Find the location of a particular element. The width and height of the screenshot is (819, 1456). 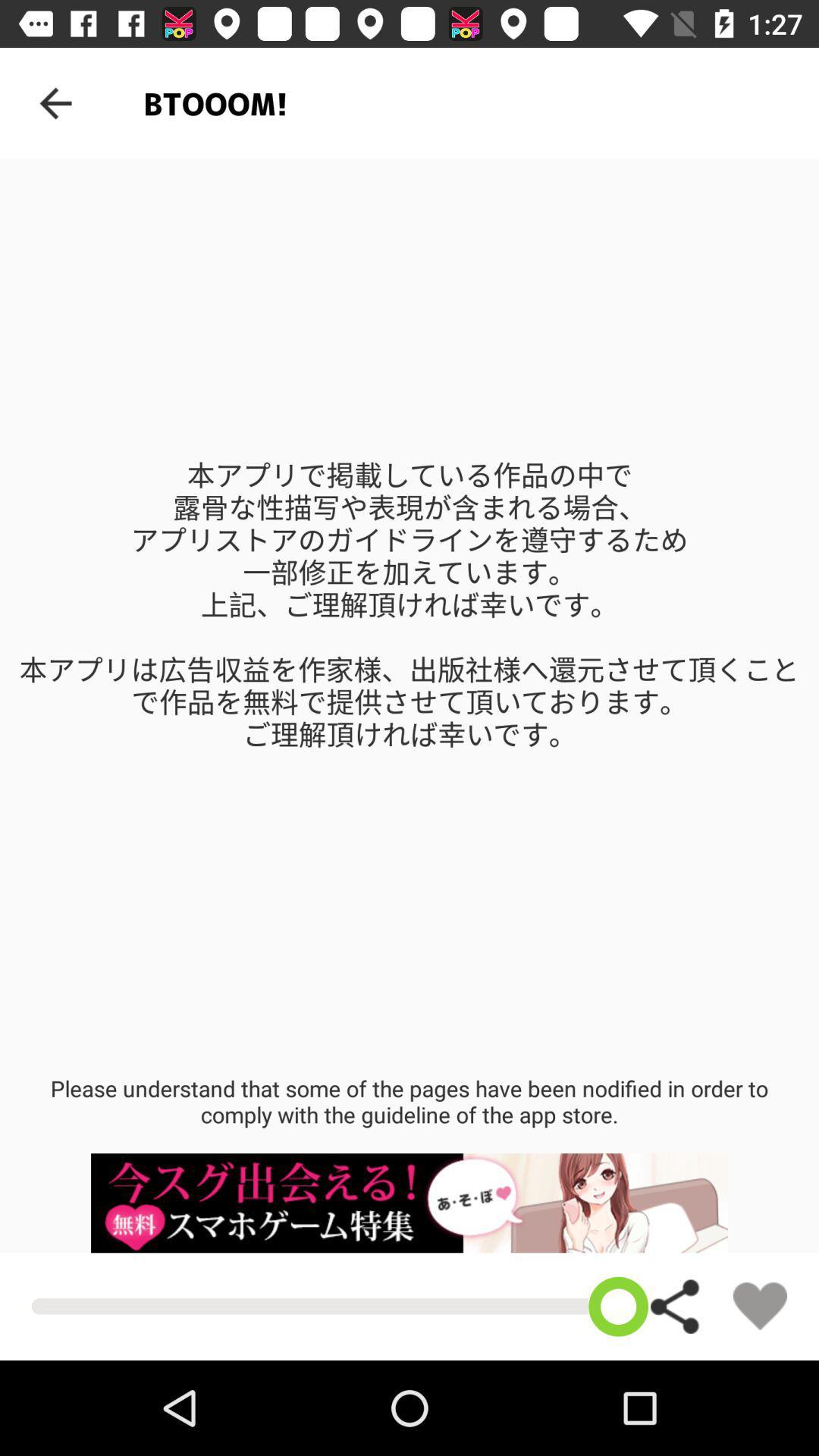

mark as favorite is located at coordinates (760, 1305).